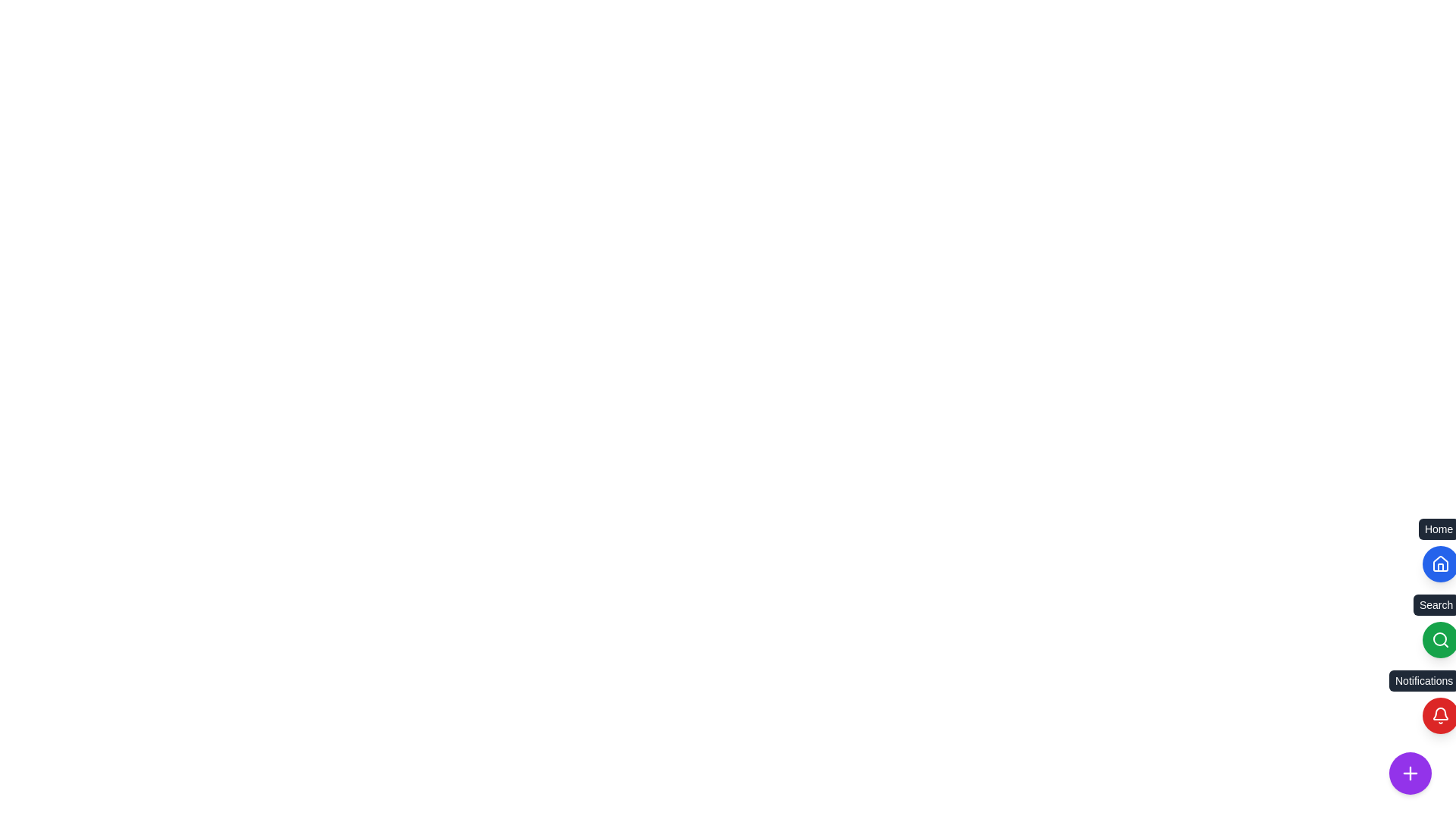  What do you see at coordinates (1440, 716) in the screenshot?
I see `the notification icon located on the right side of the interface, positioned between the green search button above and the purple action button below` at bounding box center [1440, 716].